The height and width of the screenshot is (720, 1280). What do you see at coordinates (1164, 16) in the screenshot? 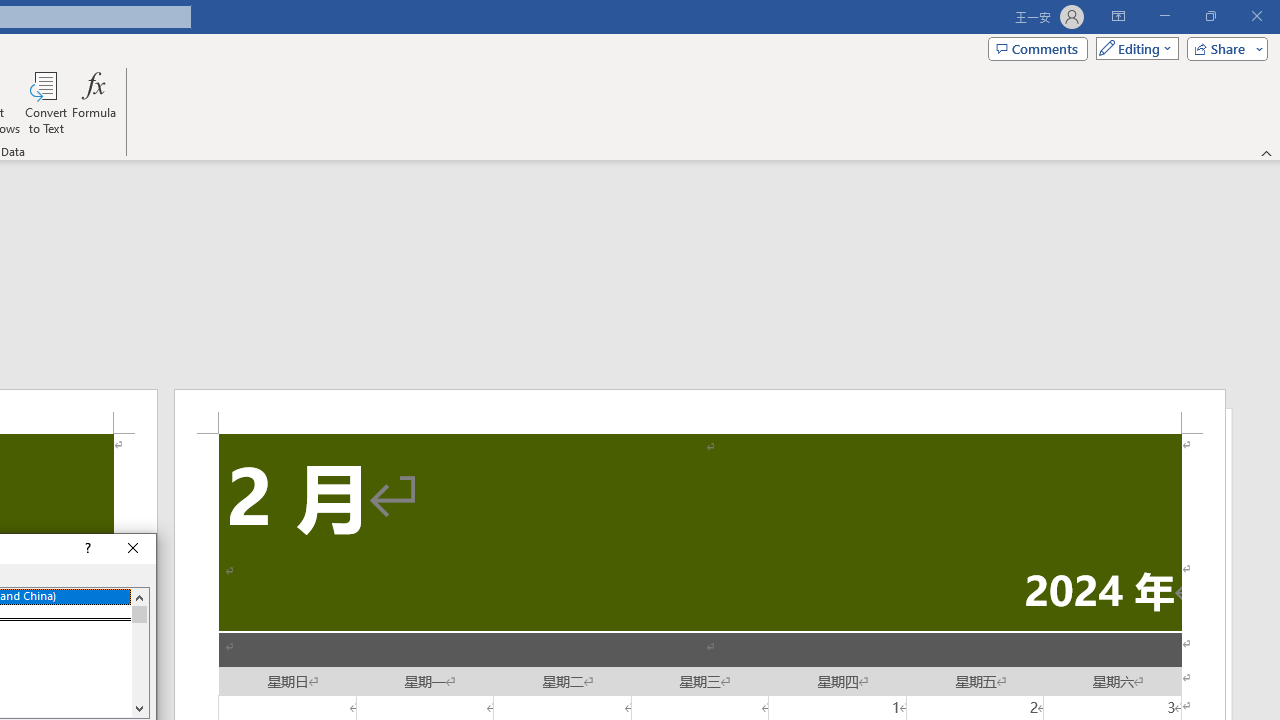
I see `'Minimize'` at bounding box center [1164, 16].